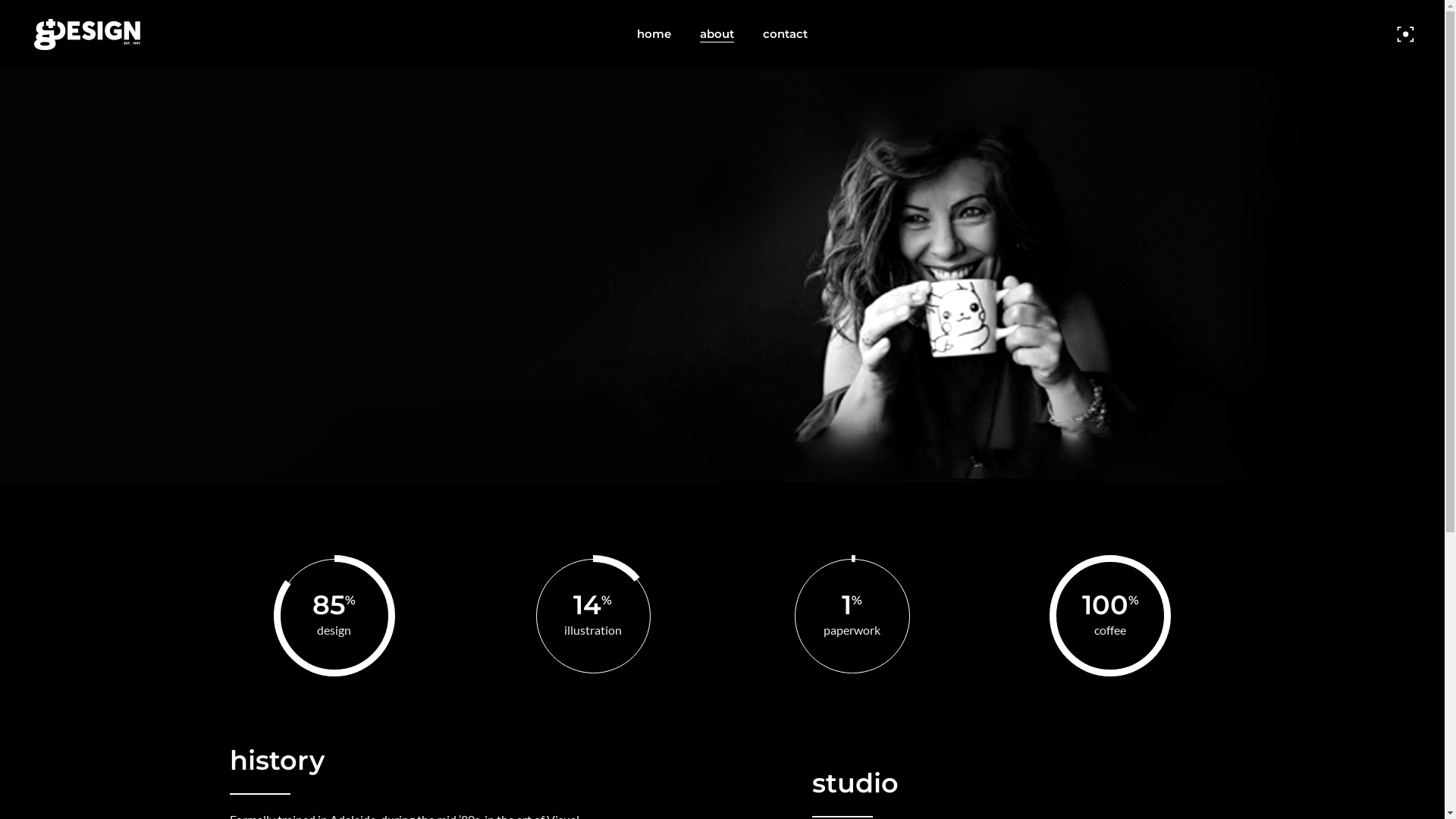  What do you see at coordinates (622, 34) in the screenshot?
I see `'home'` at bounding box center [622, 34].